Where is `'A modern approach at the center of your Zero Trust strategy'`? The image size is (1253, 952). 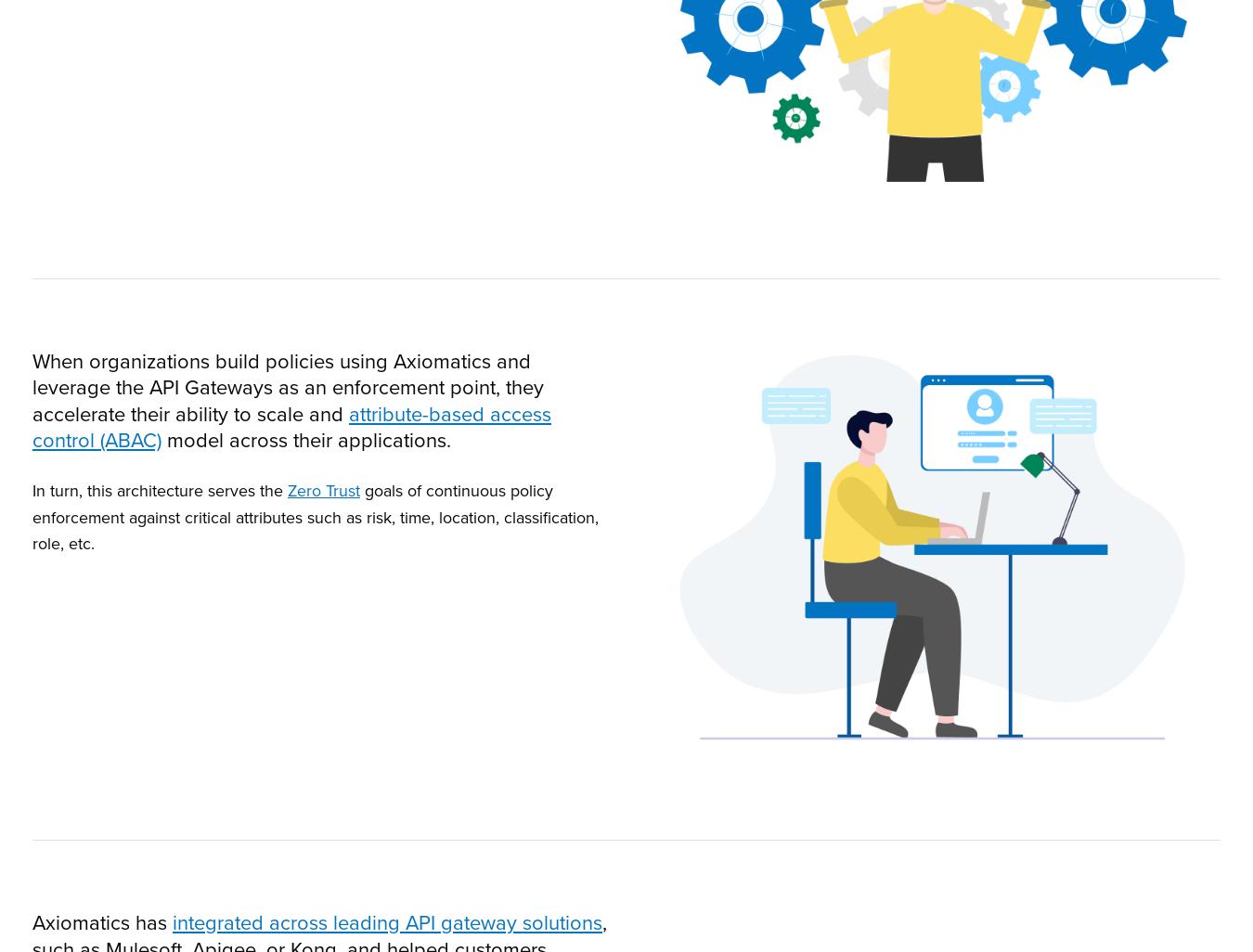
'A modern approach at the center of your Zero Trust strategy' is located at coordinates (609, 573).